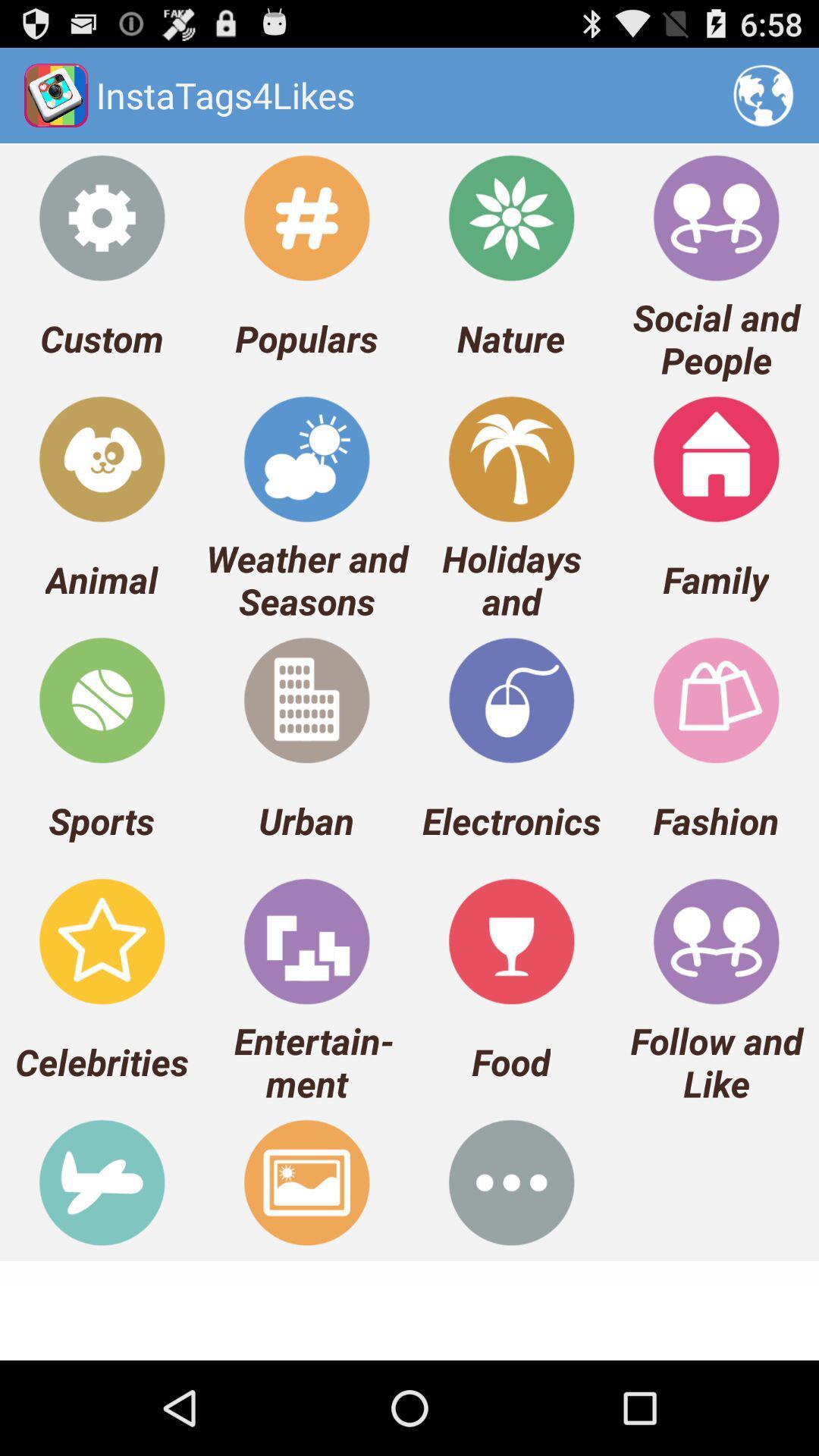 The width and height of the screenshot is (819, 1456). What do you see at coordinates (716, 940) in the screenshot?
I see `the icon above follow and like` at bounding box center [716, 940].